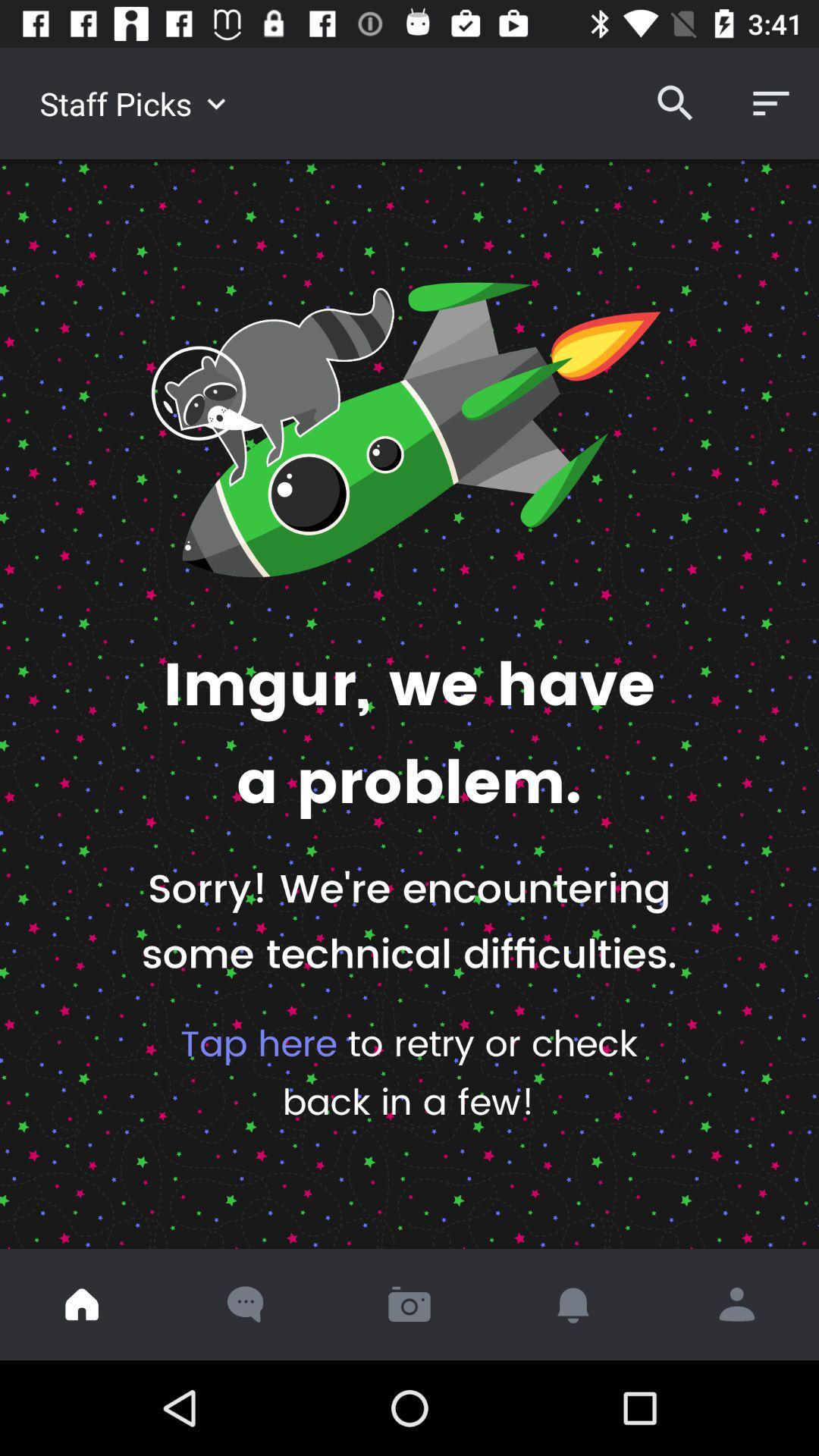  What do you see at coordinates (409, 1304) in the screenshot?
I see `the item below tap here to` at bounding box center [409, 1304].